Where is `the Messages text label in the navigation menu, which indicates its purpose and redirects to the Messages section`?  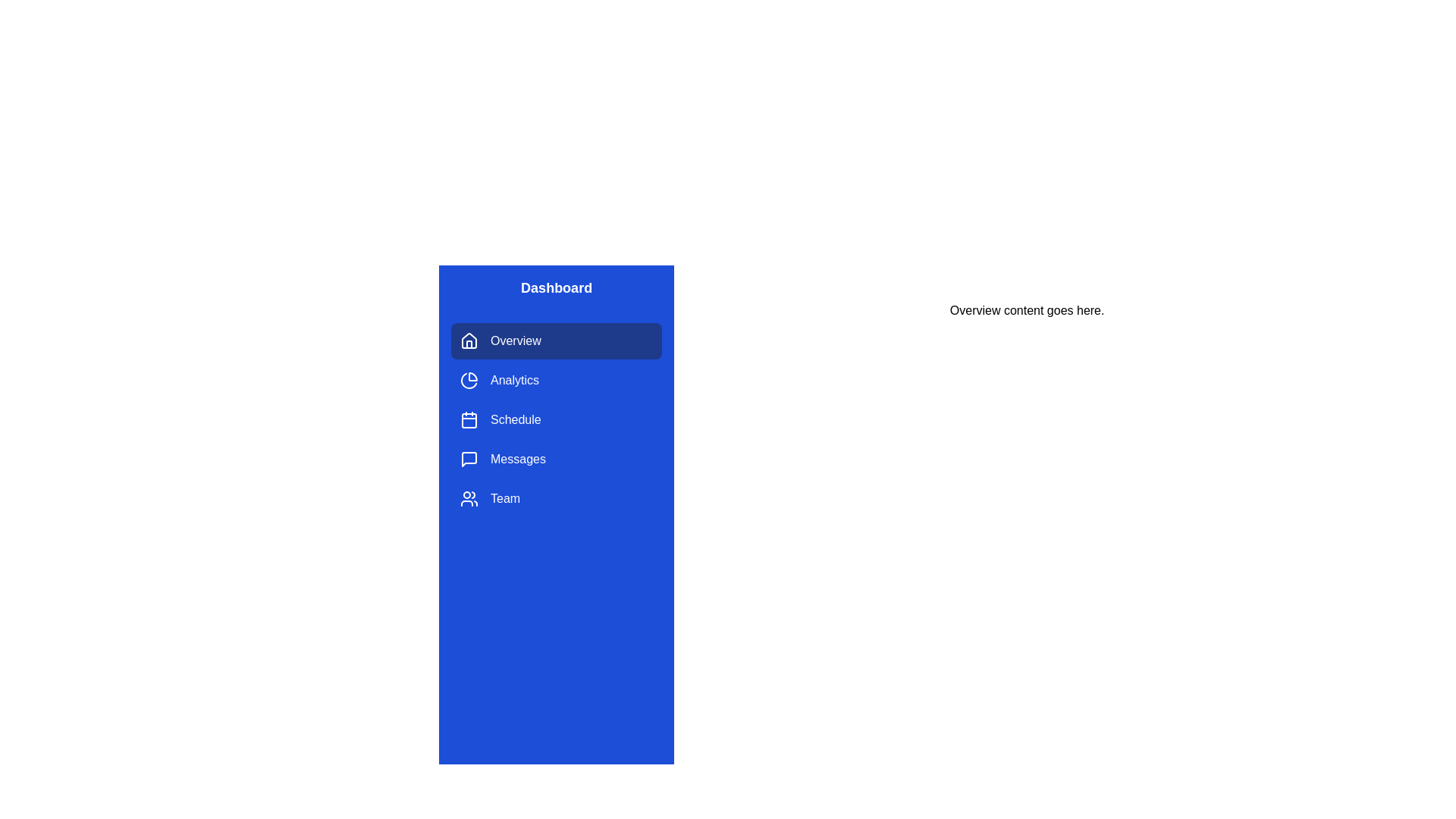
the Messages text label in the navigation menu, which indicates its purpose and redirects to the Messages section is located at coordinates (518, 458).